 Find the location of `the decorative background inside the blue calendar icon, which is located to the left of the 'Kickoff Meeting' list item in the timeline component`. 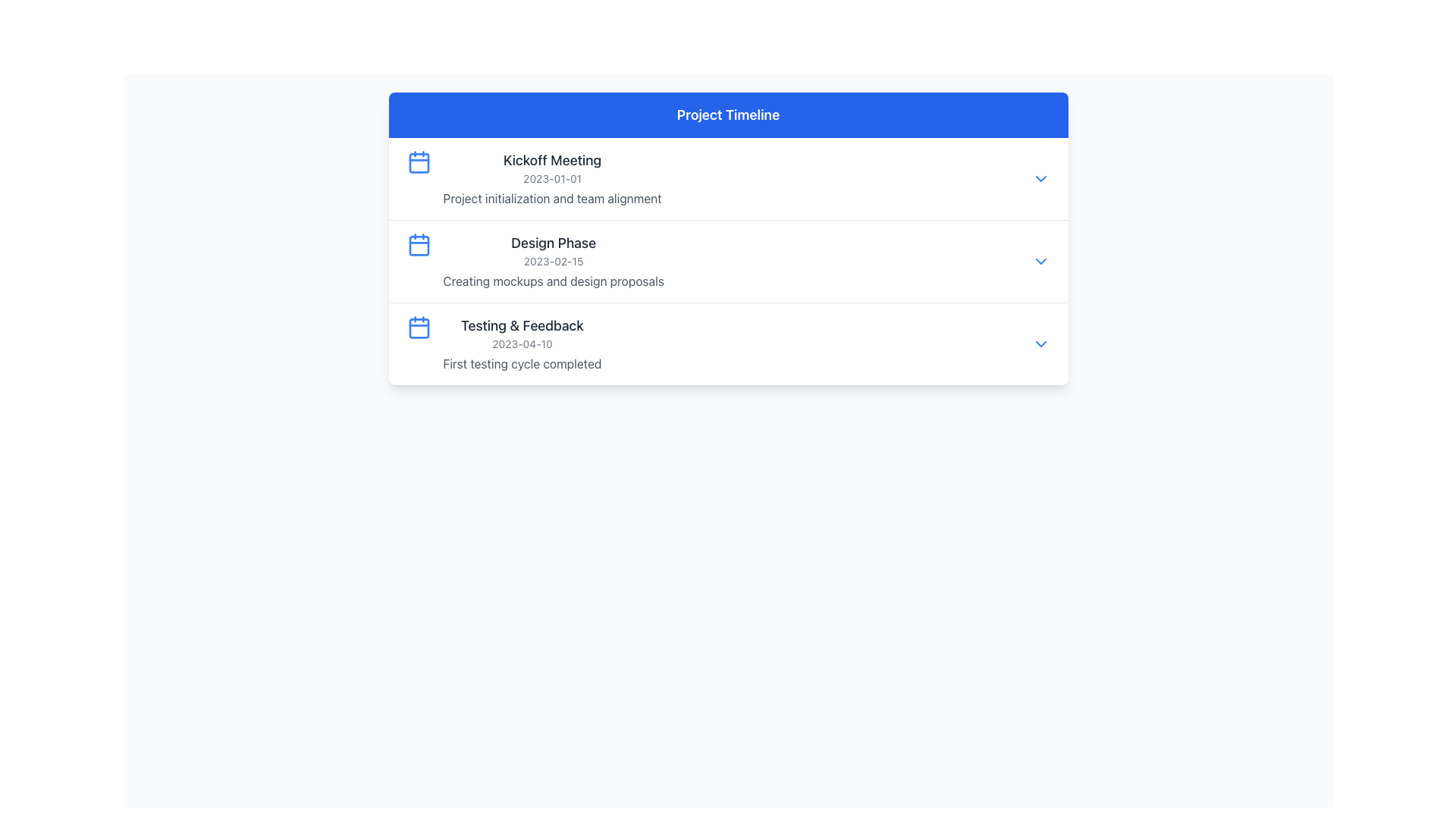

the decorative background inside the blue calendar icon, which is located to the left of the 'Kickoff Meeting' list item in the timeline component is located at coordinates (419, 163).